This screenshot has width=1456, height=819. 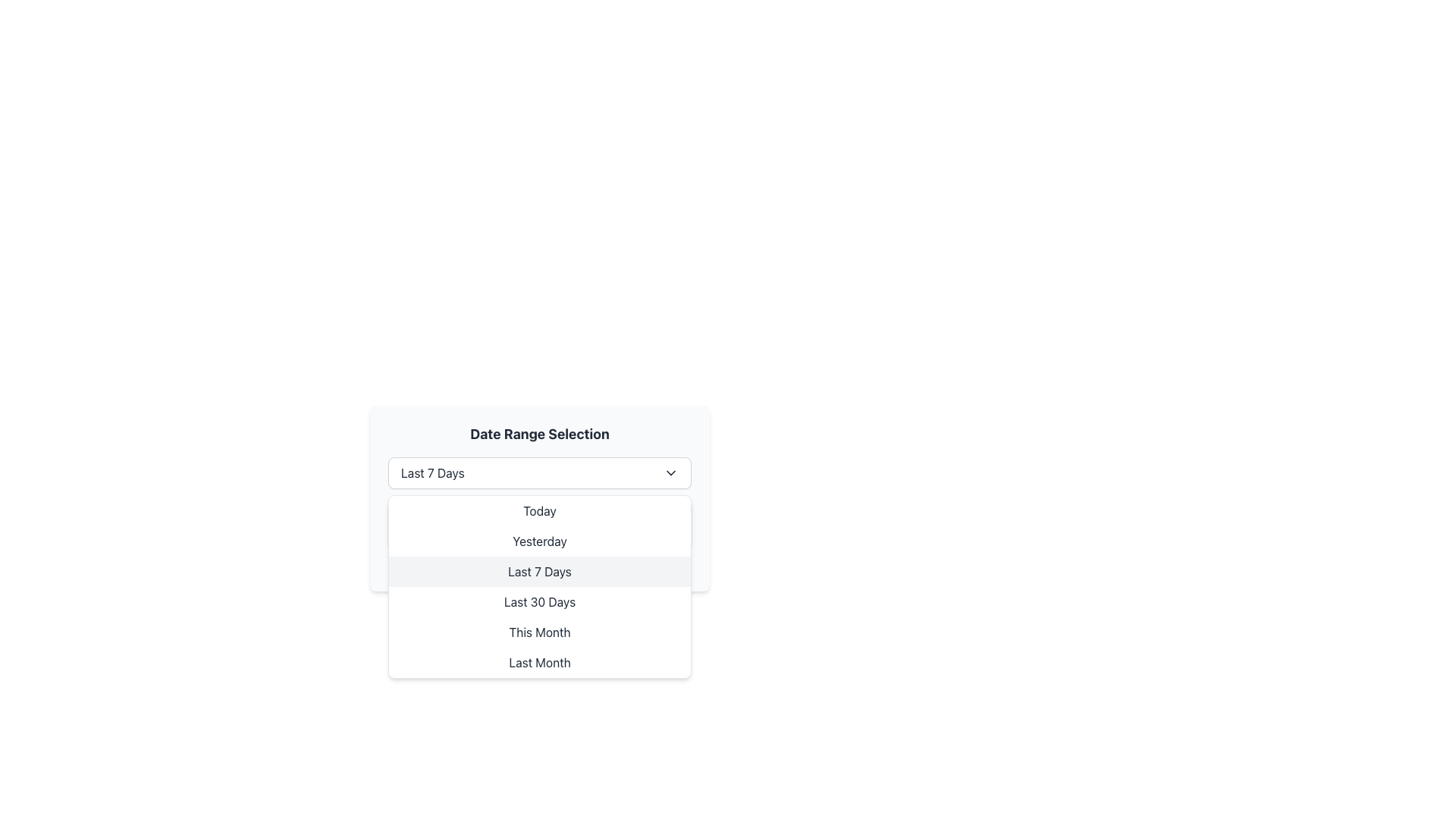 I want to click on the 'Yesterday' option in the date range selection dropdown menu, which is the second item below 'Today' and above 'Last 7 Days', so click(x=539, y=540).